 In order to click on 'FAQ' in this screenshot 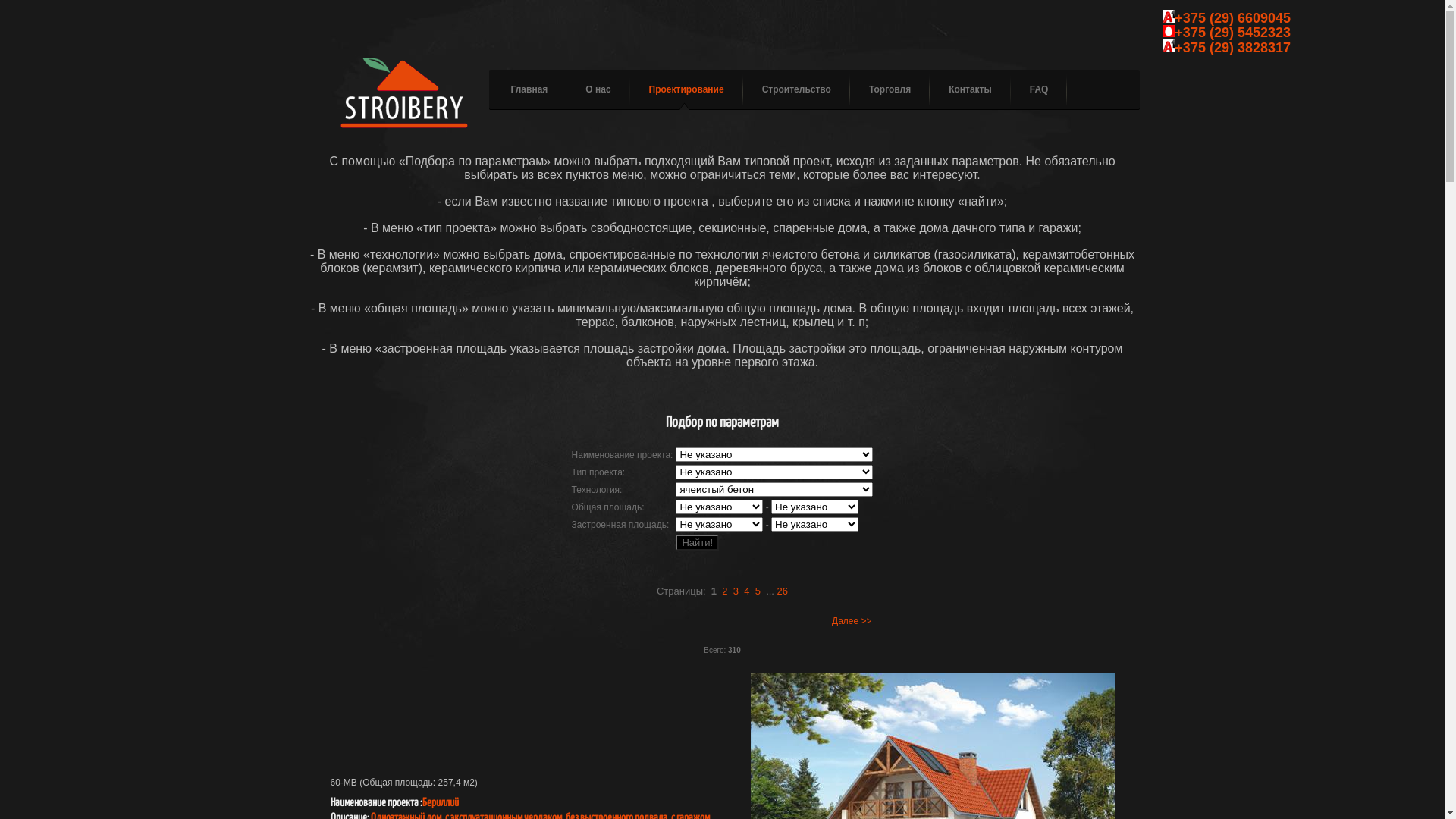, I will do `click(1030, 89)`.